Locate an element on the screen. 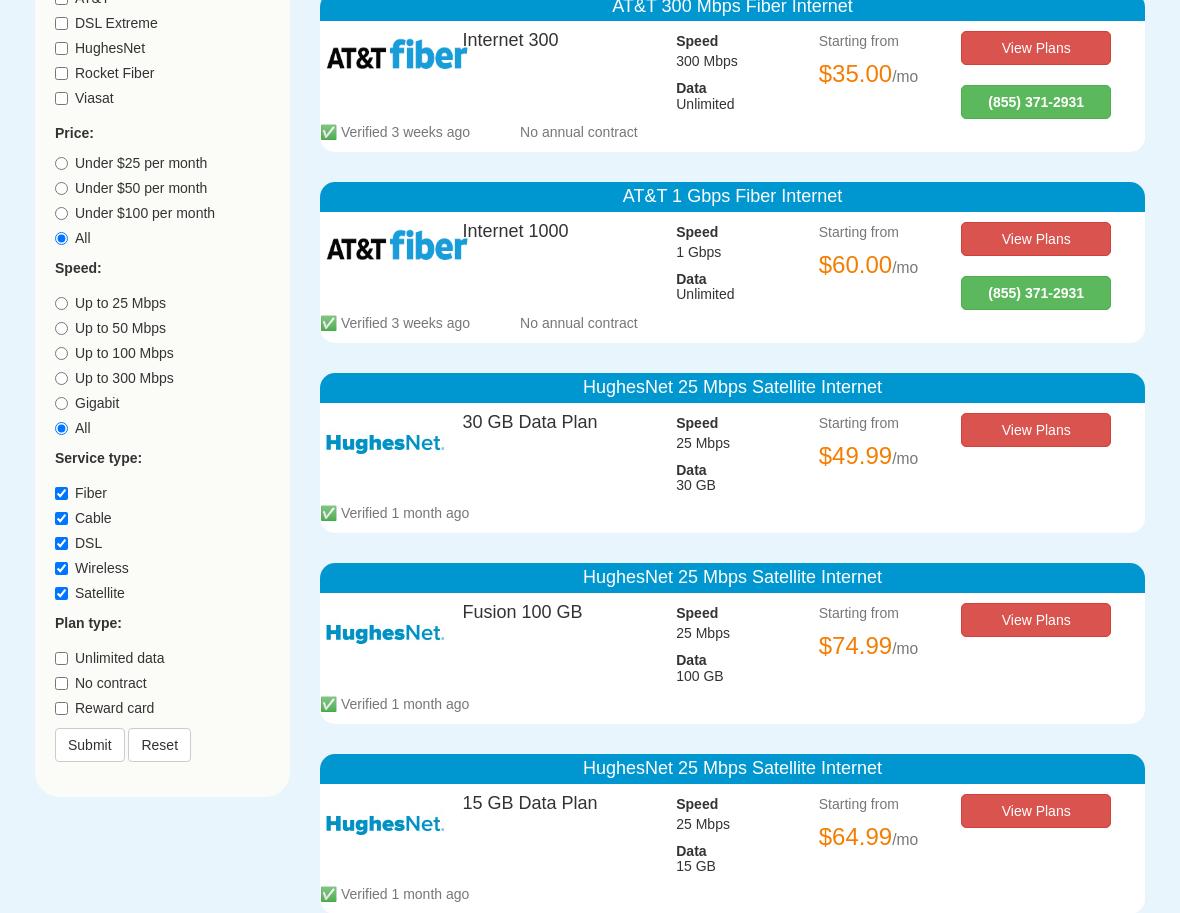 The width and height of the screenshot is (1180, 913). 'Wireless' is located at coordinates (100, 565).